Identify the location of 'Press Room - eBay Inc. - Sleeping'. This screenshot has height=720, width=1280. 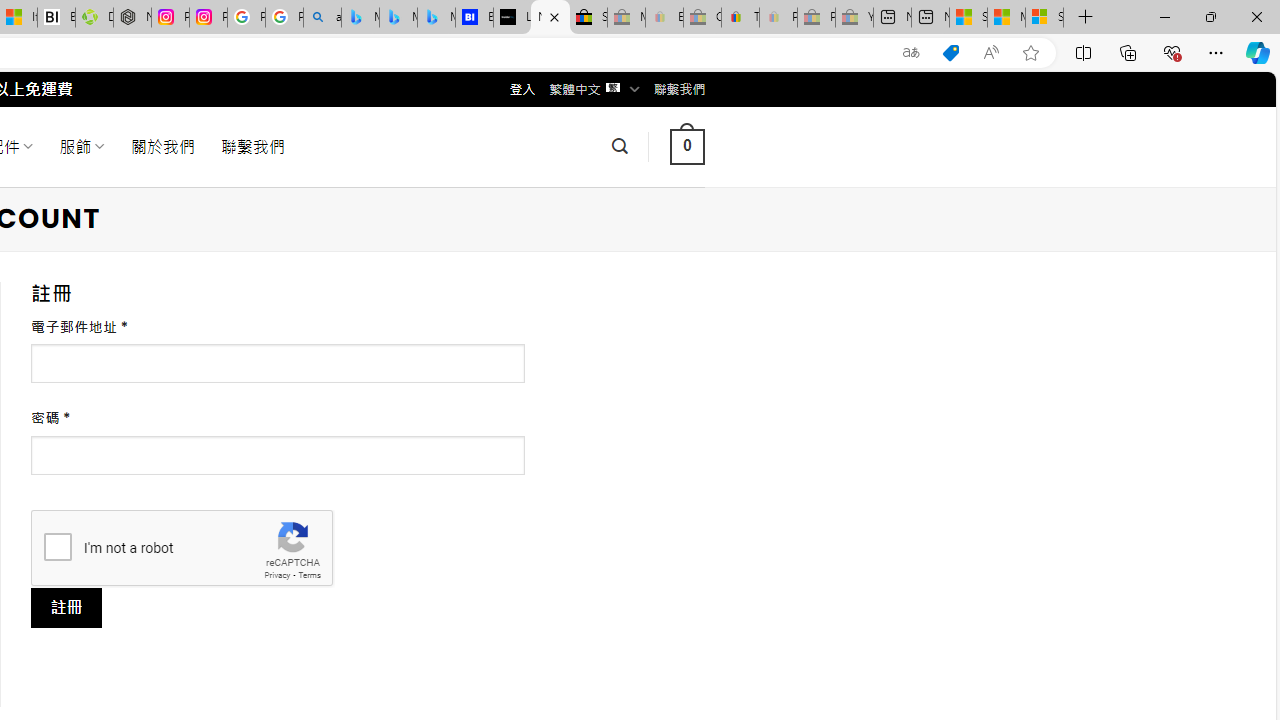
(816, 17).